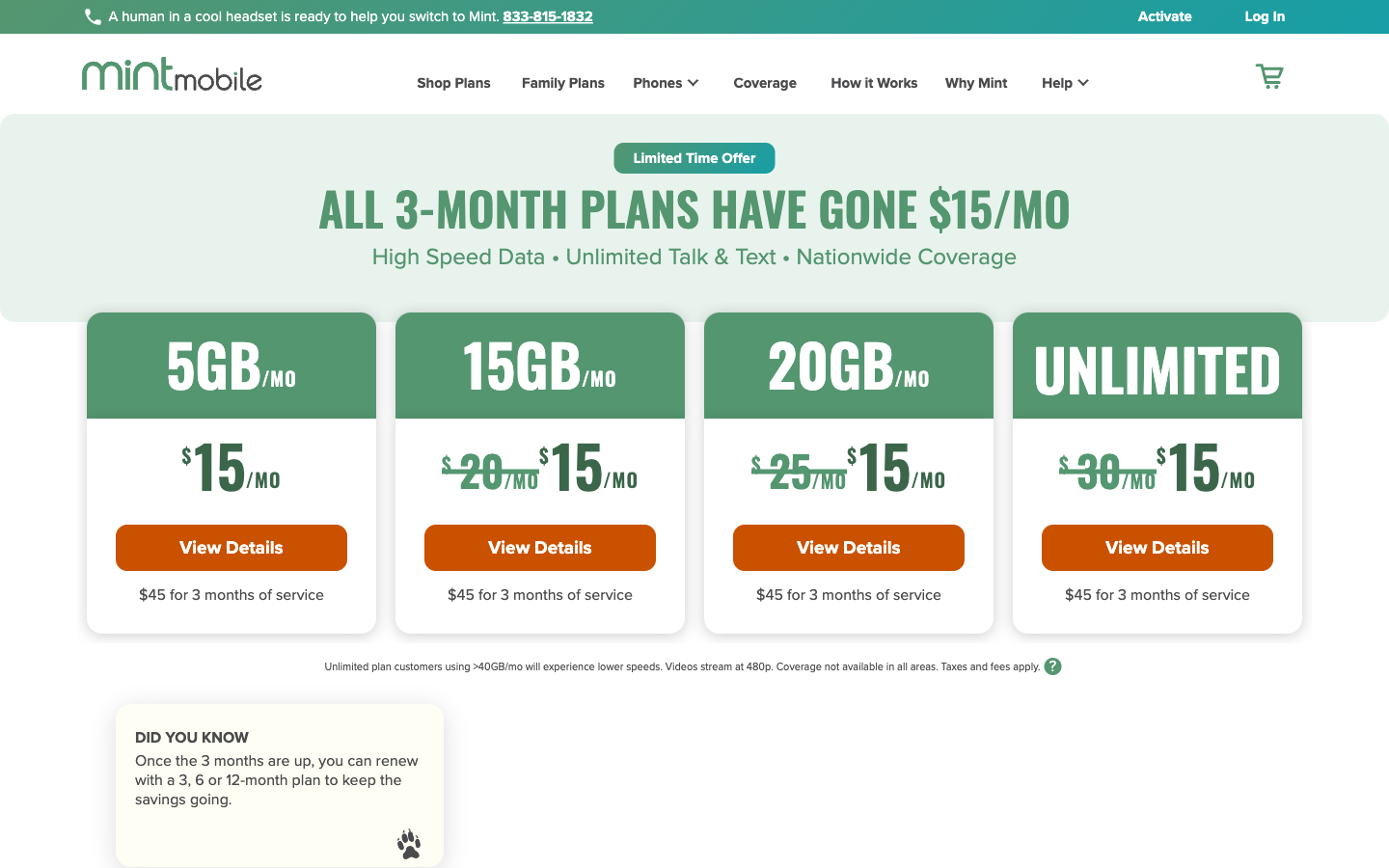 This screenshot has height=868, width=1389. What do you see at coordinates (963, 85) in the screenshot?
I see `Why Mint Page` at bounding box center [963, 85].